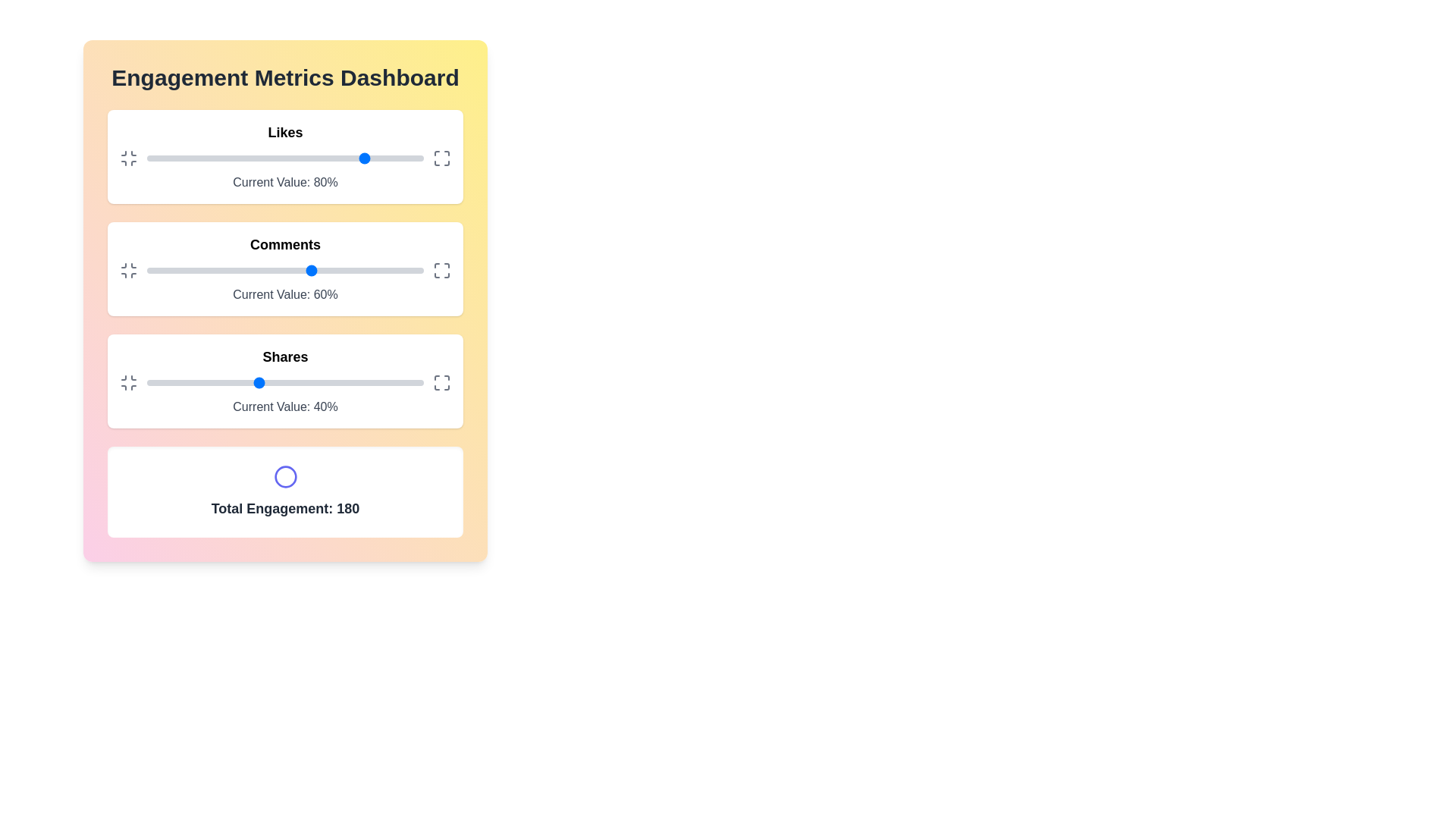  I want to click on the 'Likes' slider, so click(182, 158).